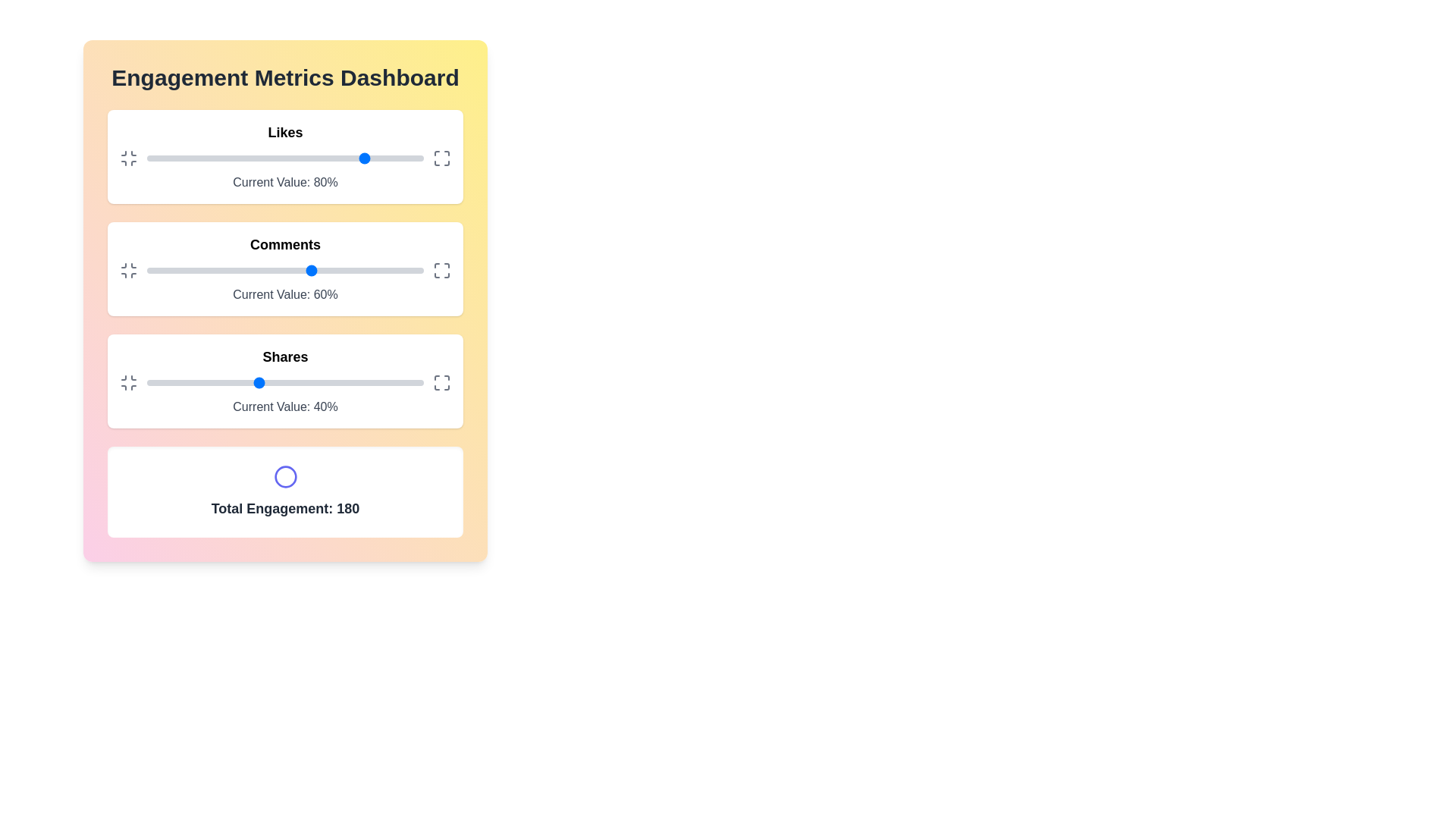  I want to click on the 'Likes' slider, so click(182, 158).